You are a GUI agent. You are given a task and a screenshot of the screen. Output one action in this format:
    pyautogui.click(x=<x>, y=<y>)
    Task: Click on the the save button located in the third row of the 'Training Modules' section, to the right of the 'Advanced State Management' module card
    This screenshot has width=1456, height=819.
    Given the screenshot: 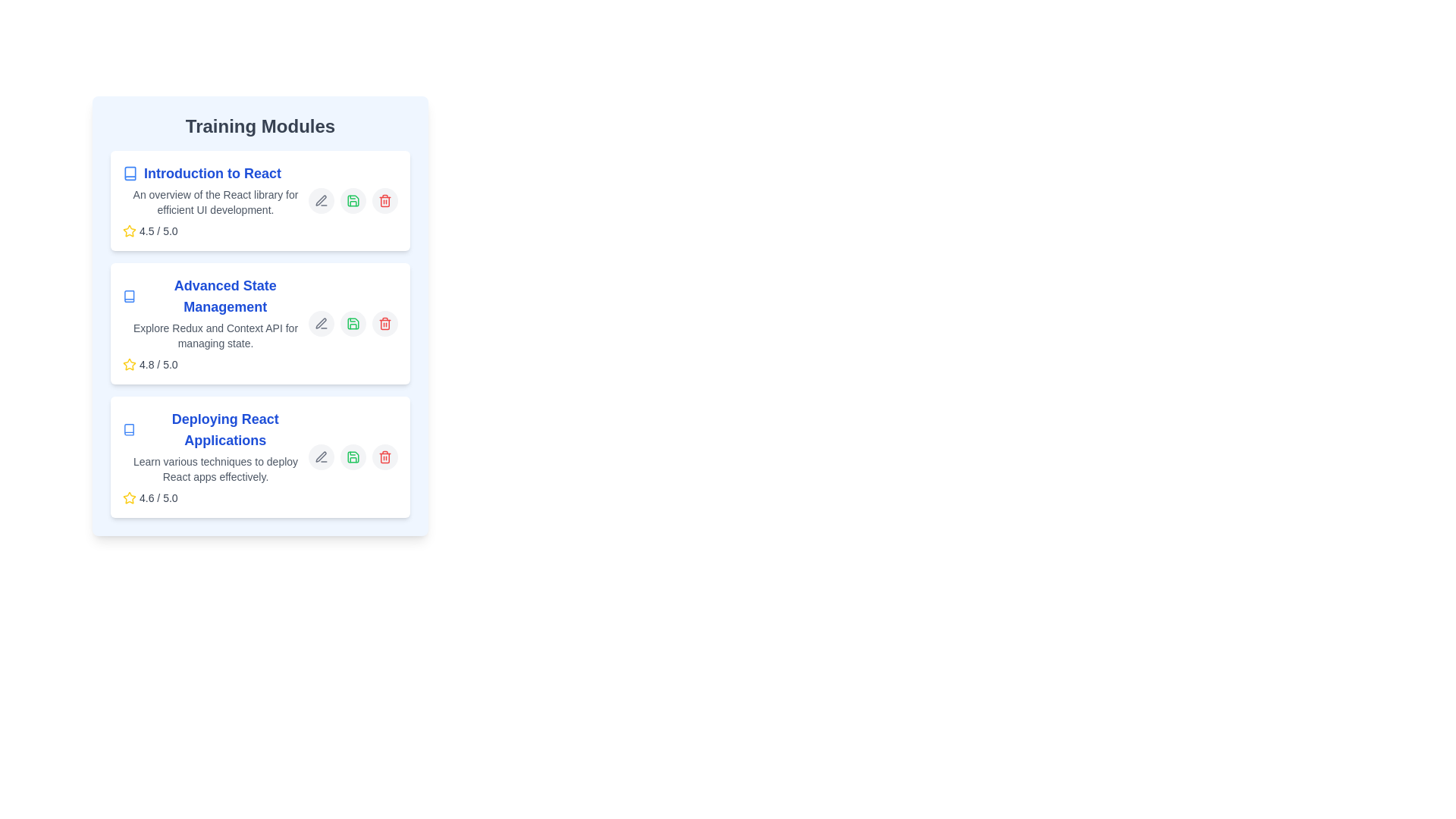 What is the action you would take?
    pyautogui.click(x=352, y=323)
    